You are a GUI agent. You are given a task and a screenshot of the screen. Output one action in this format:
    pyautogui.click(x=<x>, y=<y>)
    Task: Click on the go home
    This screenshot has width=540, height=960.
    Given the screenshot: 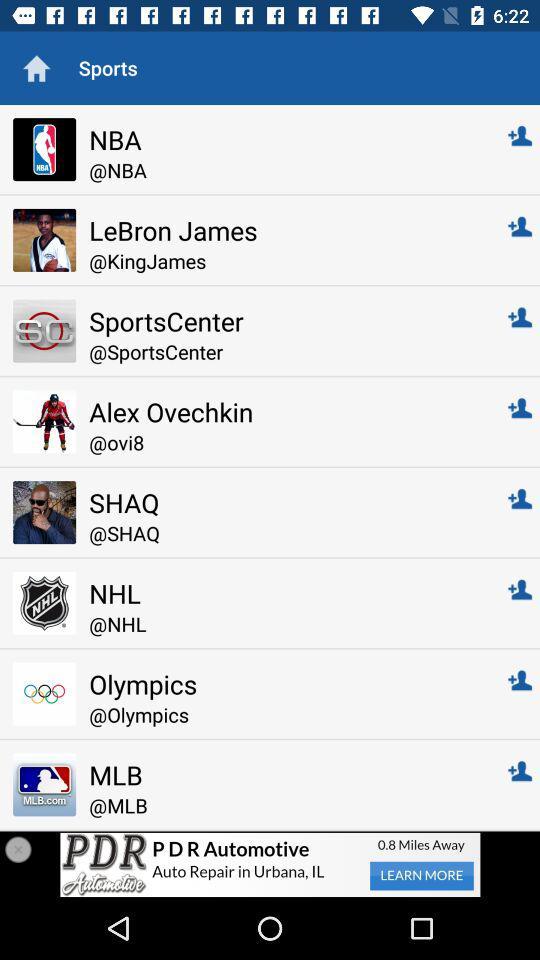 What is the action you would take?
    pyautogui.click(x=36, y=68)
    